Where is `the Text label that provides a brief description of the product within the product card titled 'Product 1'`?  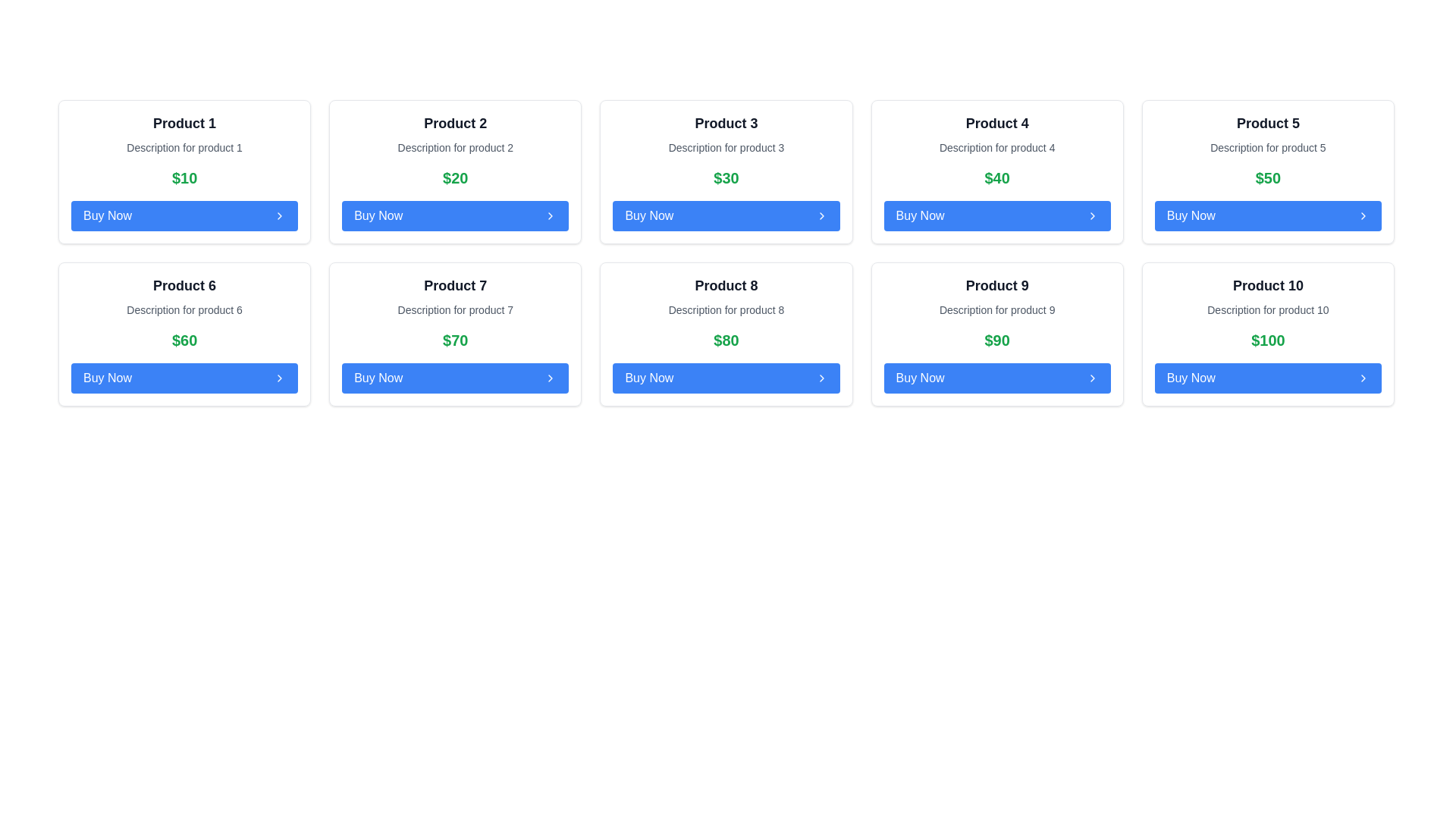
the Text label that provides a brief description of the product within the product card titled 'Product 1' is located at coordinates (184, 148).